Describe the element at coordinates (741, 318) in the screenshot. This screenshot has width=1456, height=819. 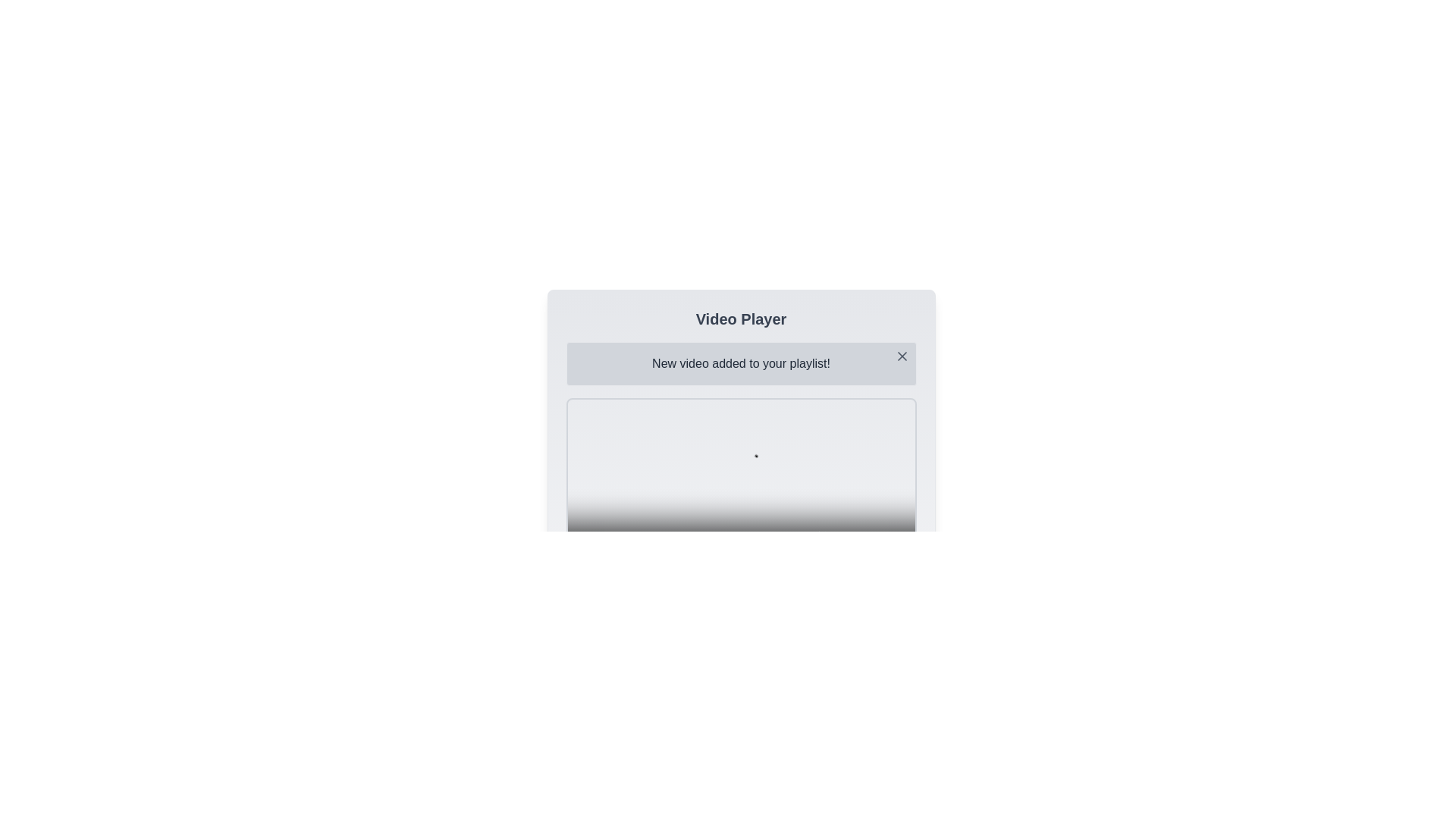
I see `the header text element that serves as a title for the video player section, positioned above the message 'New video added to your playlist!'` at that location.